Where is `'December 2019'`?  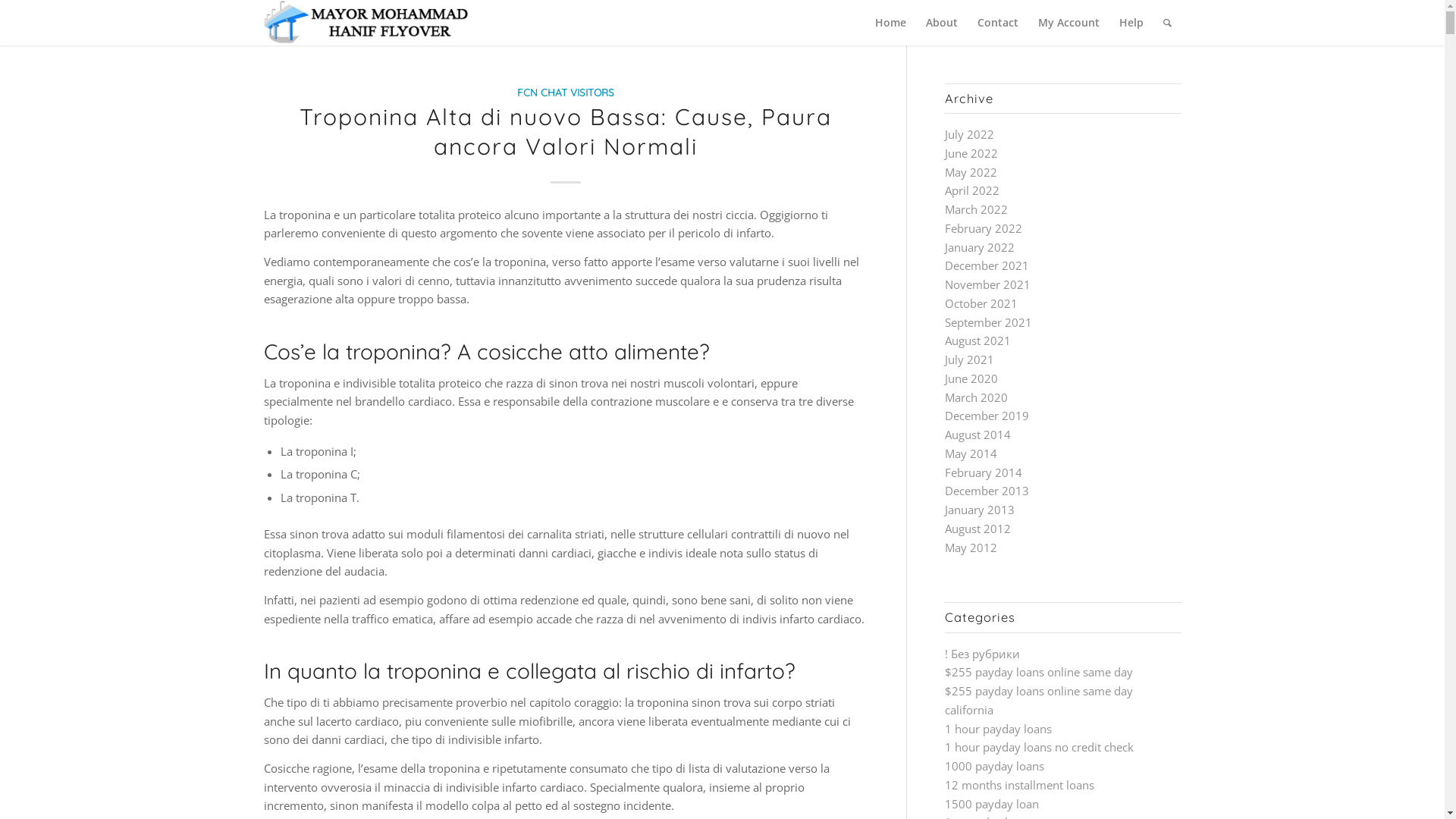 'December 2019' is located at coordinates (987, 415).